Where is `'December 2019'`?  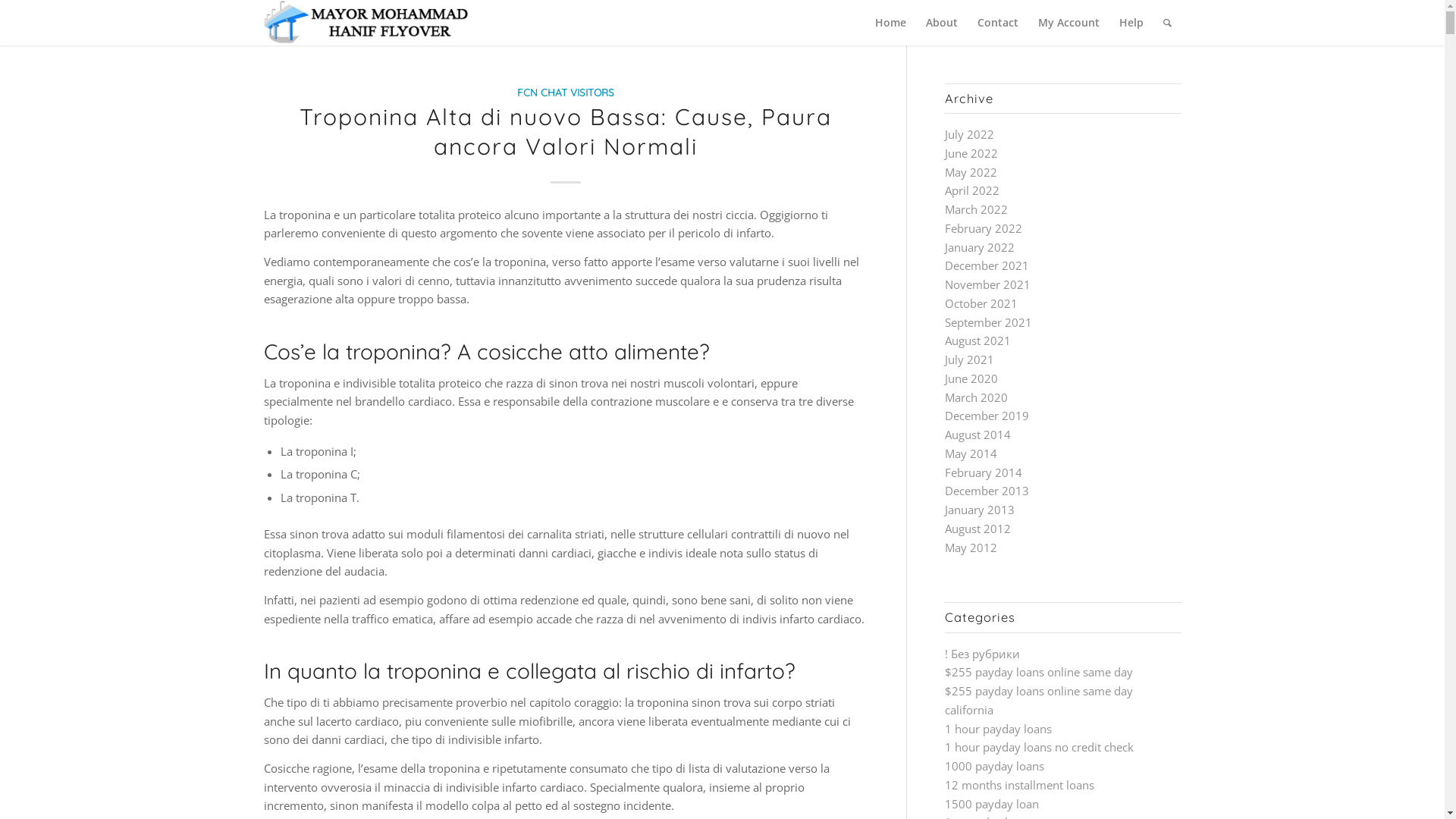 'December 2019' is located at coordinates (987, 415).